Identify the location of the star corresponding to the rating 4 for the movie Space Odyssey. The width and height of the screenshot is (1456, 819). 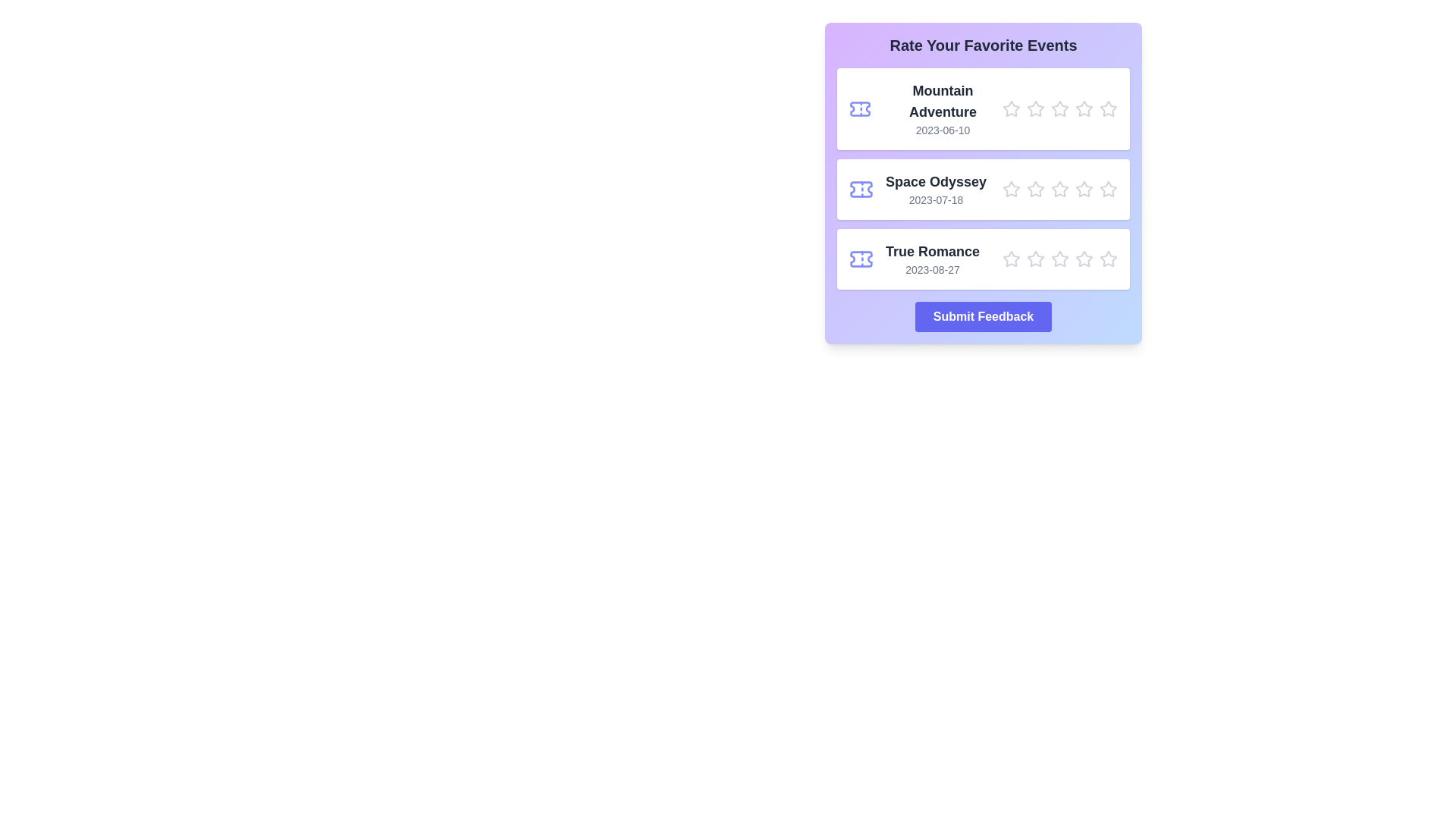
(1084, 189).